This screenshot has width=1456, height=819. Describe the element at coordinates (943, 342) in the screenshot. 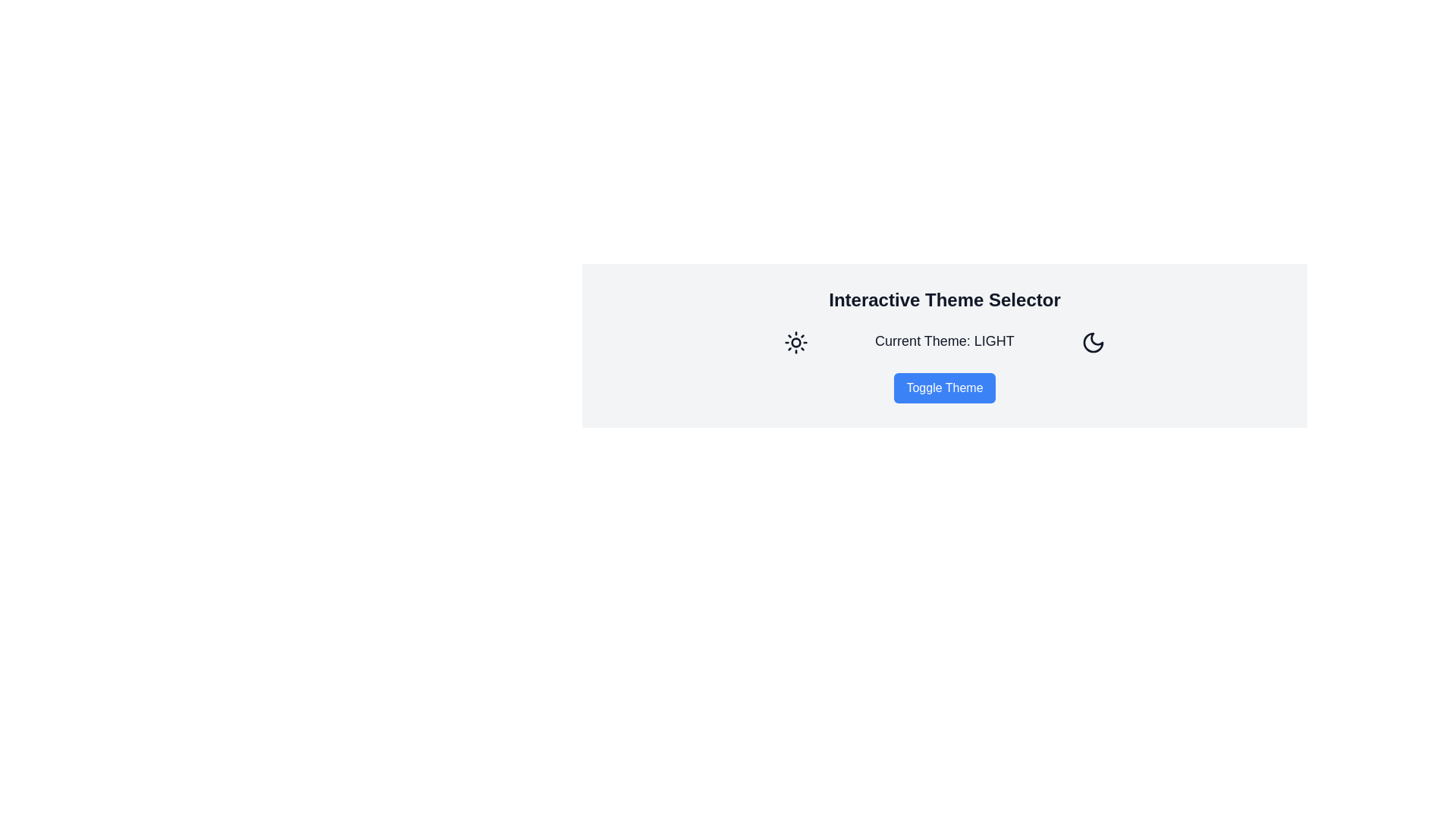

I see `the informational text label that displays the currently selected theme of the application, located centrally between a sun icon and a button labeled 'Toggle Theme'` at that location.